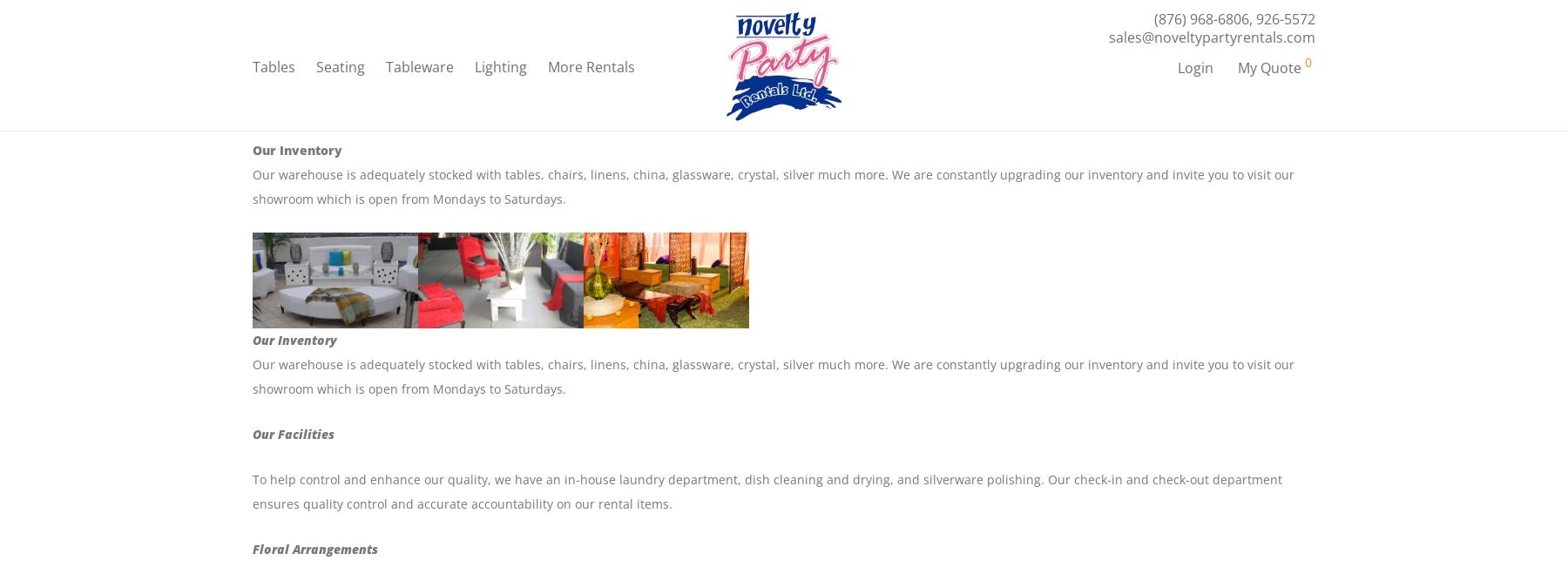  What do you see at coordinates (1200, 23) in the screenshot?
I see `'(876) 968-6806'` at bounding box center [1200, 23].